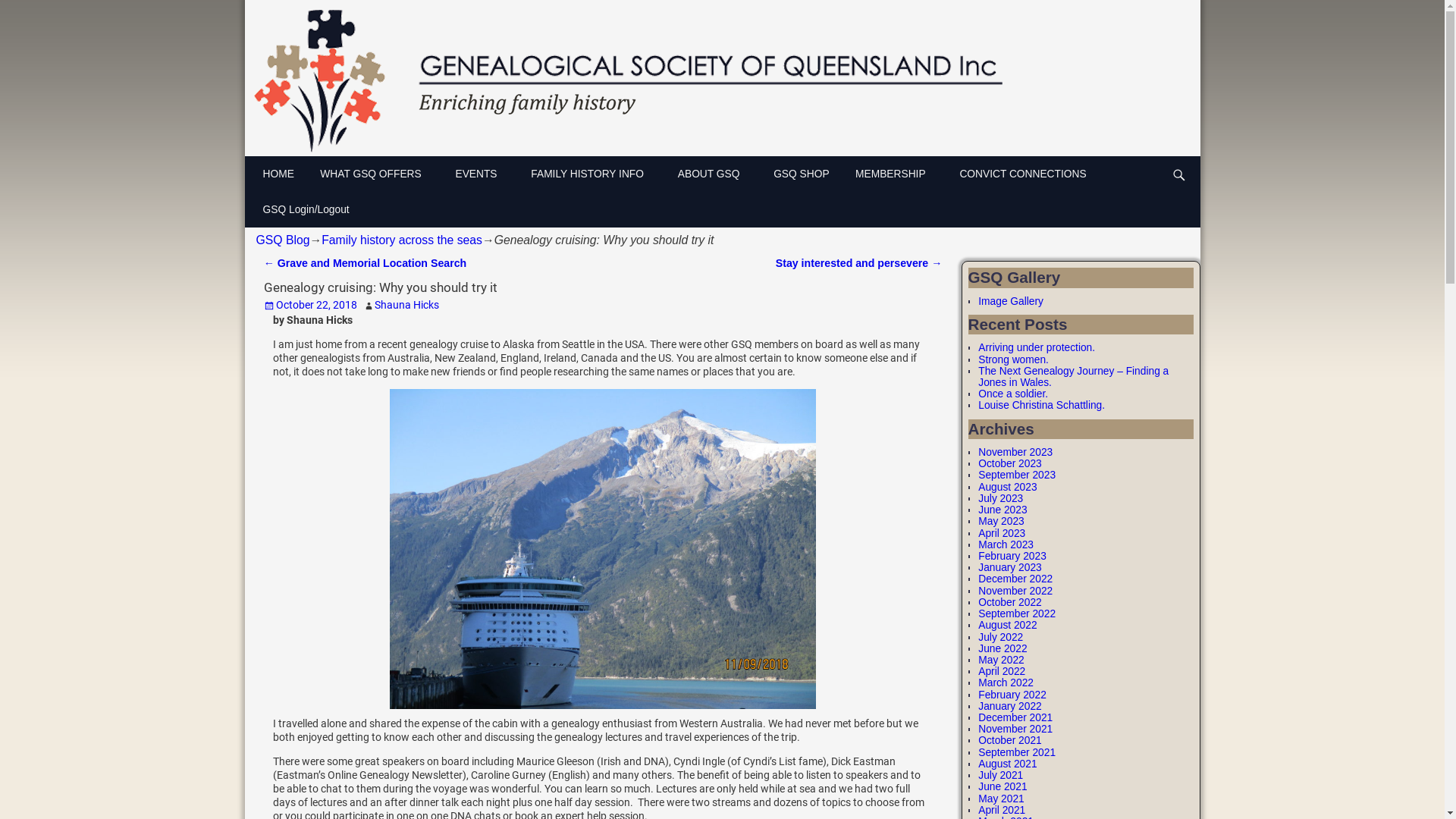 This screenshot has height=819, width=1456. Describe the element at coordinates (1016, 474) in the screenshot. I see `'September 2023'` at that location.